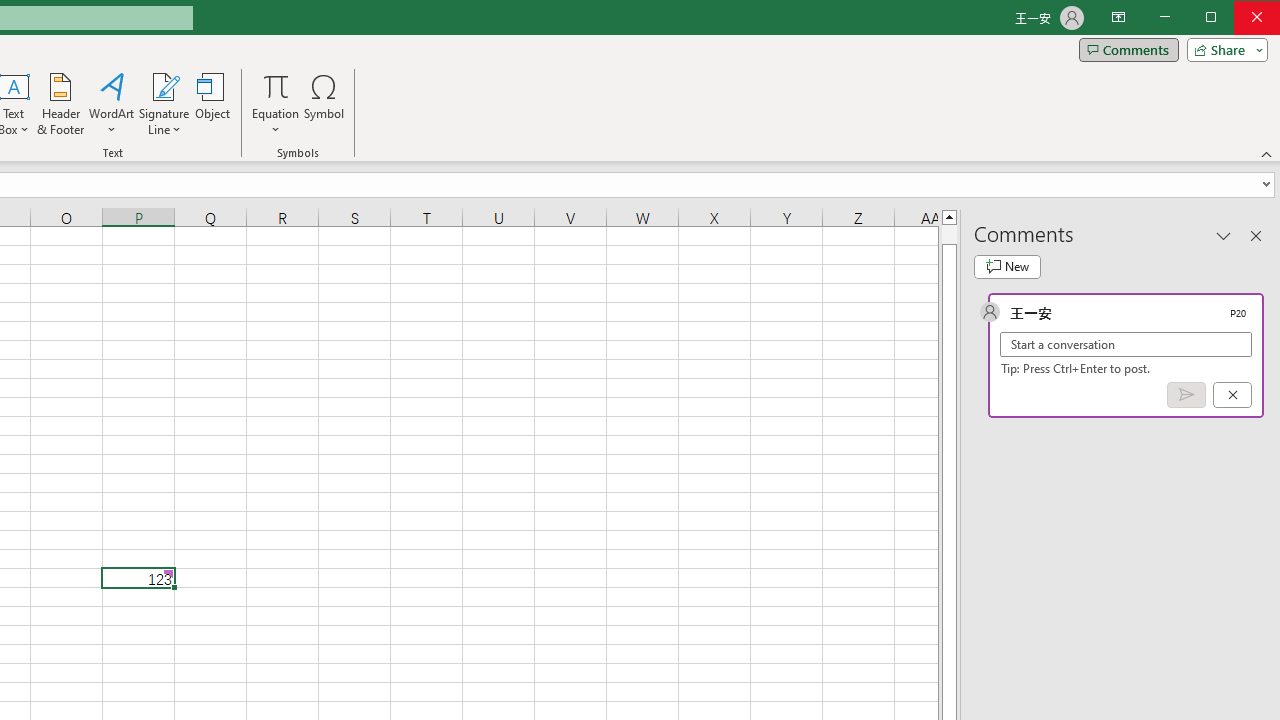  What do you see at coordinates (213, 104) in the screenshot?
I see `'Object...'` at bounding box center [213, 104].